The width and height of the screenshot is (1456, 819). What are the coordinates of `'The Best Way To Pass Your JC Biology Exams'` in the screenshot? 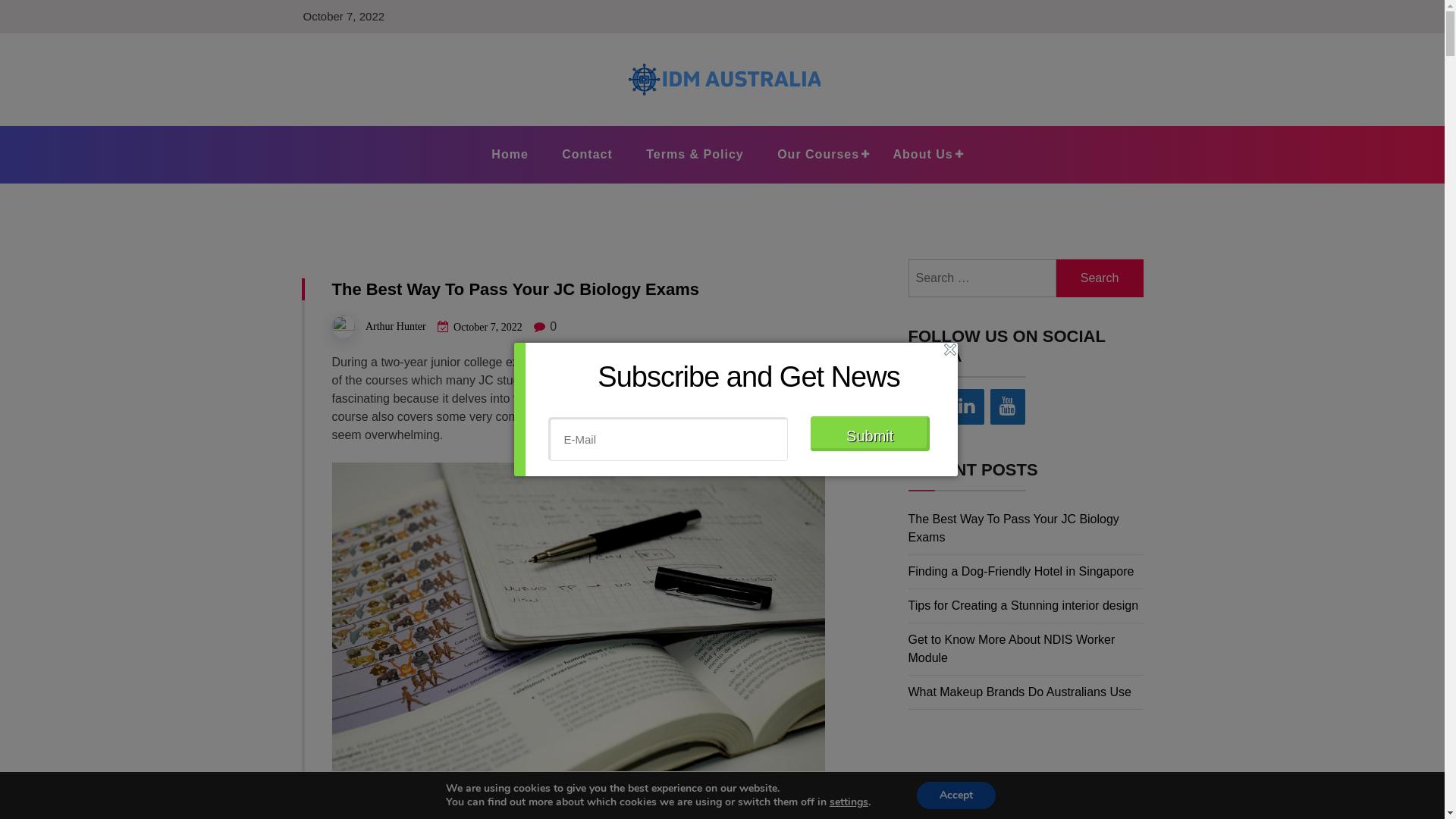 It's located at (1014, 527).